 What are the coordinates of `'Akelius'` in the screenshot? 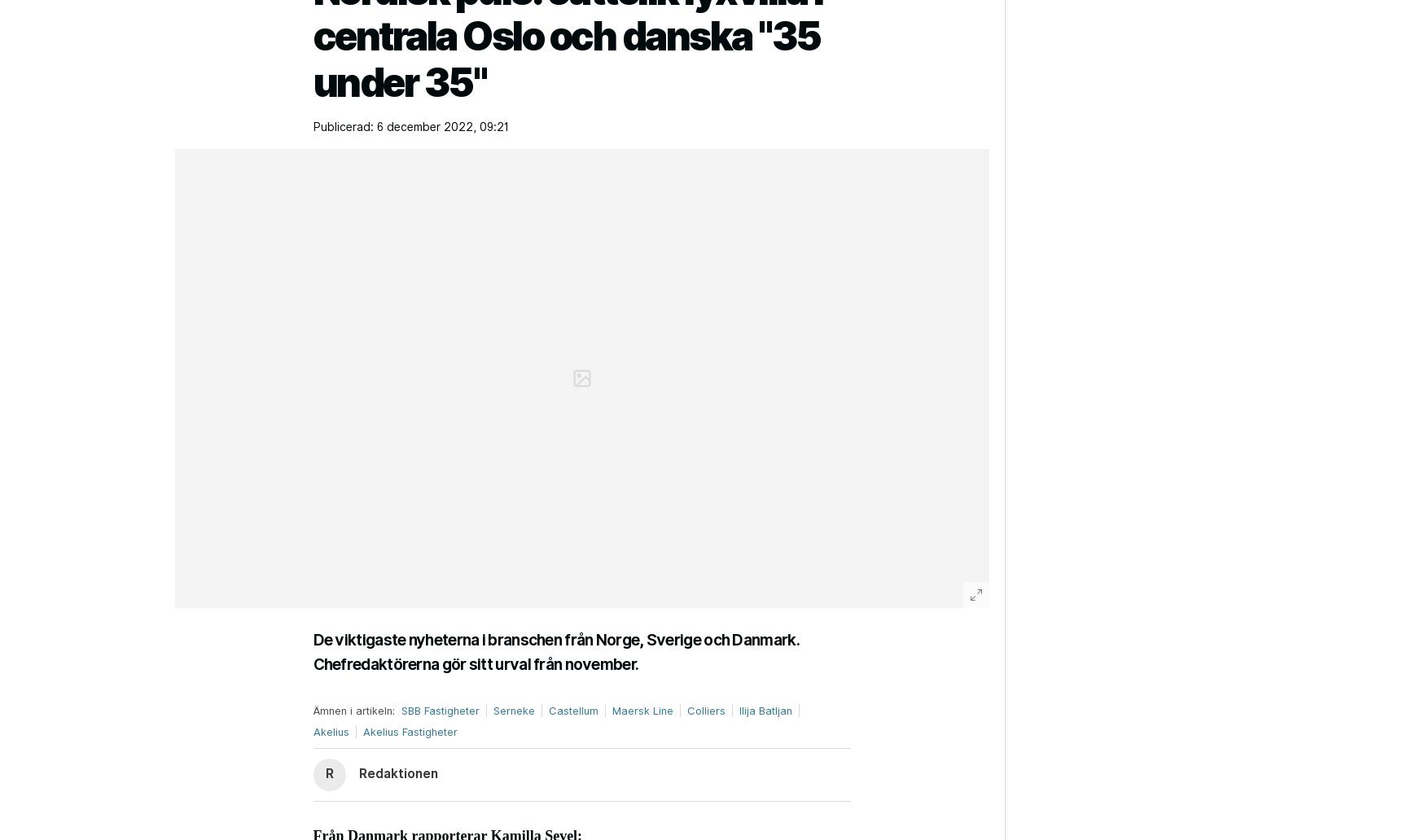 It's located at (330, 731).